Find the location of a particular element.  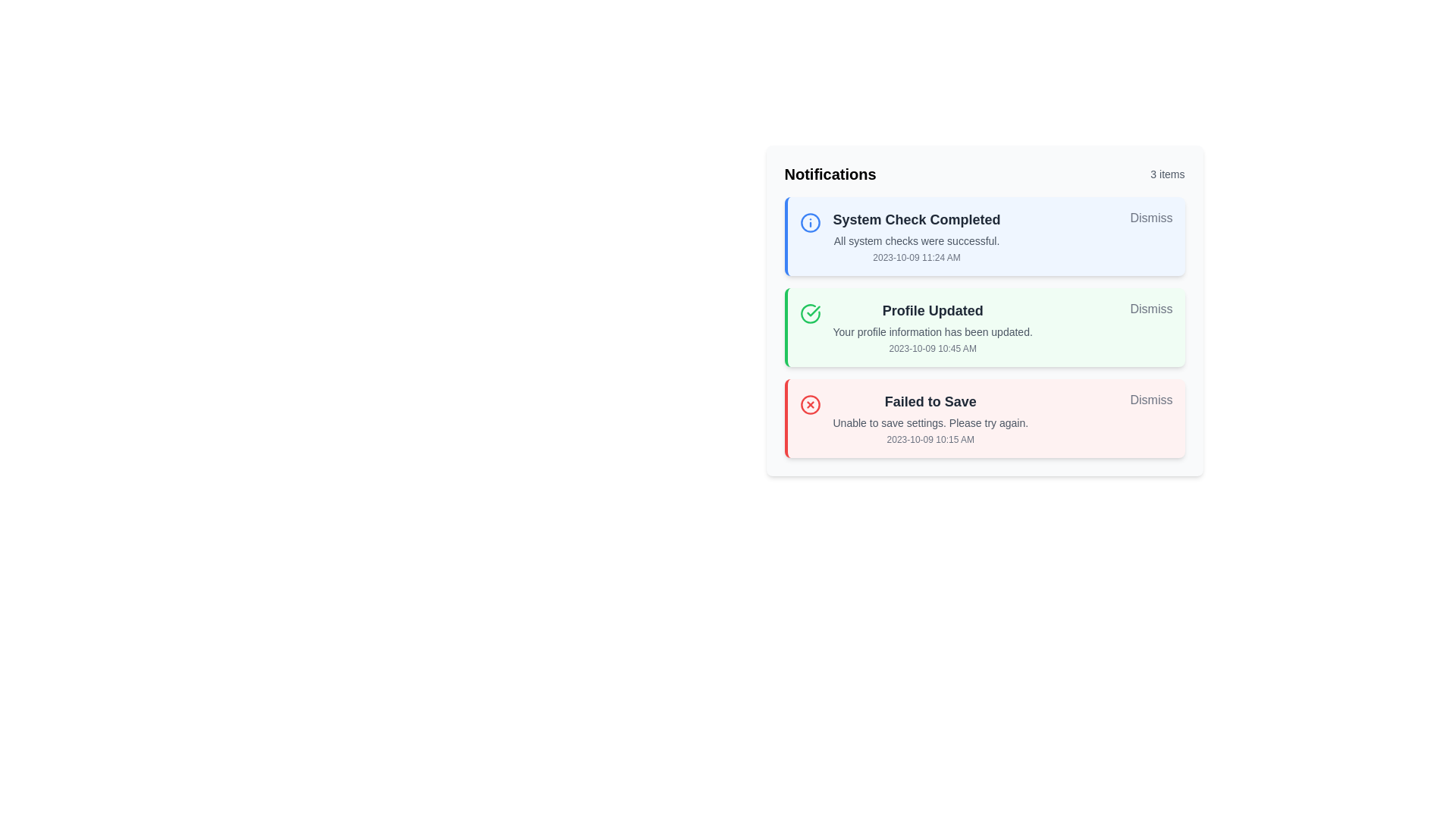

the notification message titled 'Profile Updated' which is located in the notification panel, specifically the second notification in a vertically stacked list is located at coordinates (932, 327).